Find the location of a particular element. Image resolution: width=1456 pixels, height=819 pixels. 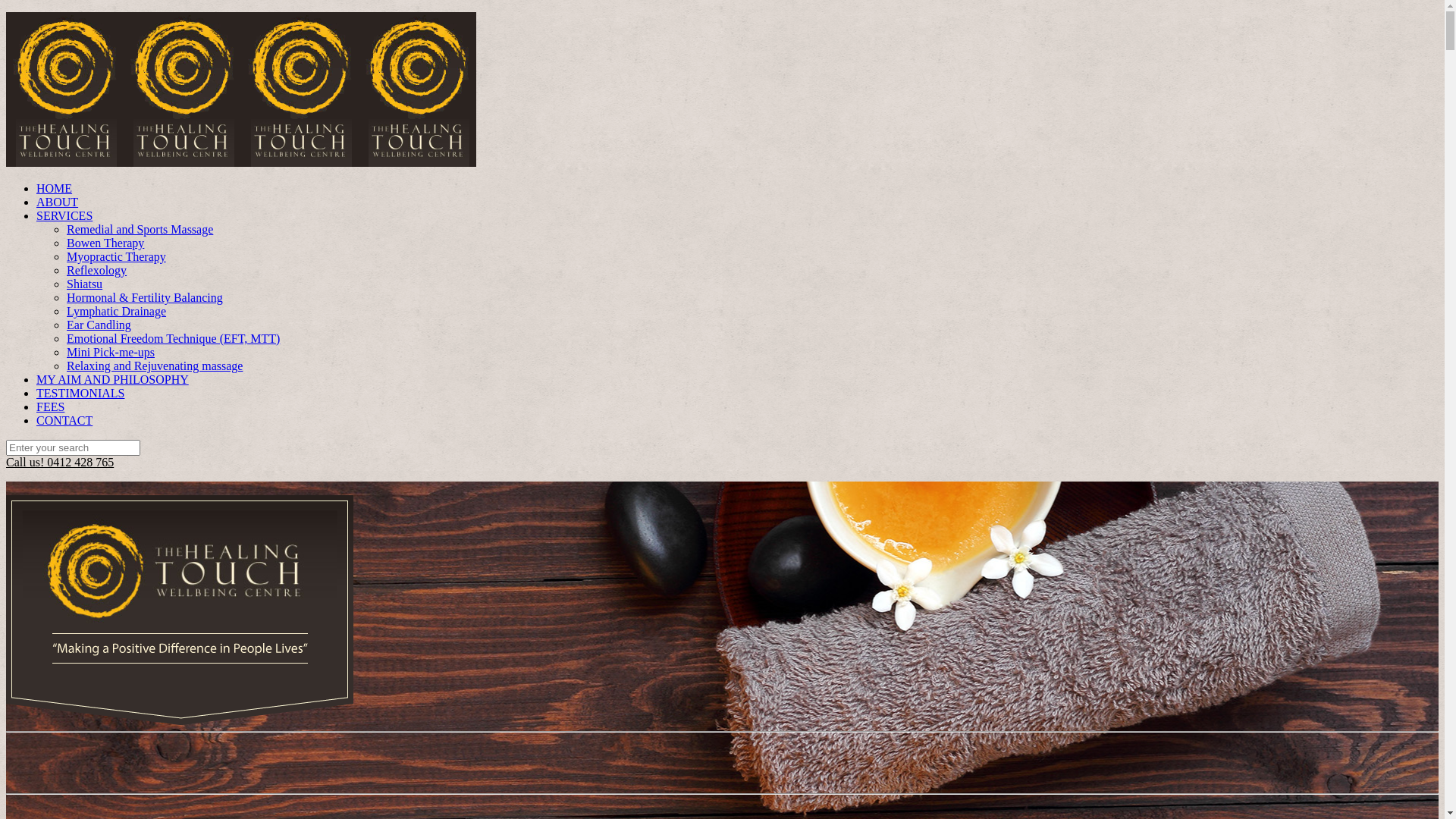

'Mini Pick-me-ups' is located at coordinates (109, 352).